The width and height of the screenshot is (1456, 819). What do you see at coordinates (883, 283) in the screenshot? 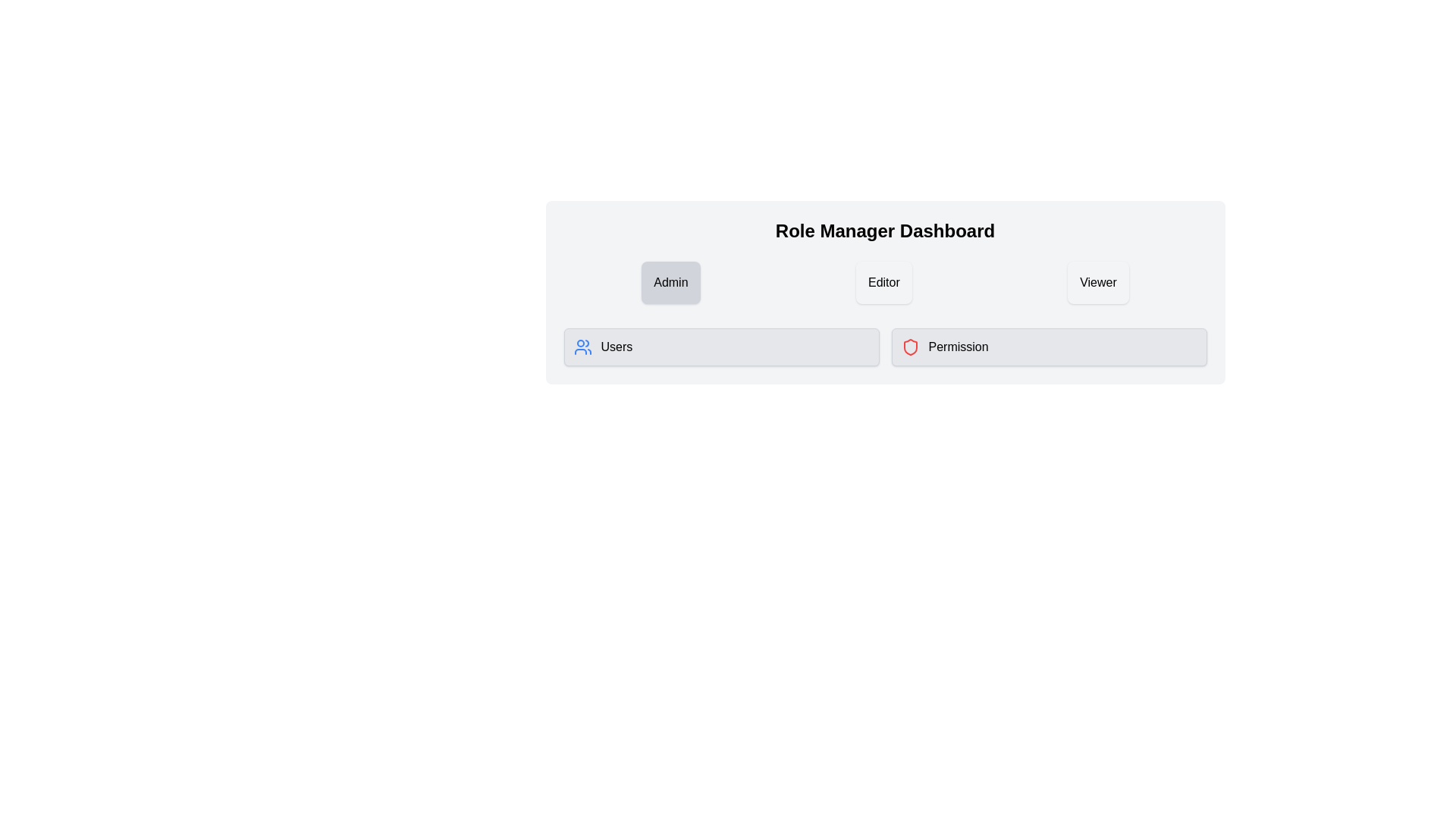
I see `the 'Editor' button, which is the middle rectangular block with rounded corners and a light background` at bounding box center [883, 283].